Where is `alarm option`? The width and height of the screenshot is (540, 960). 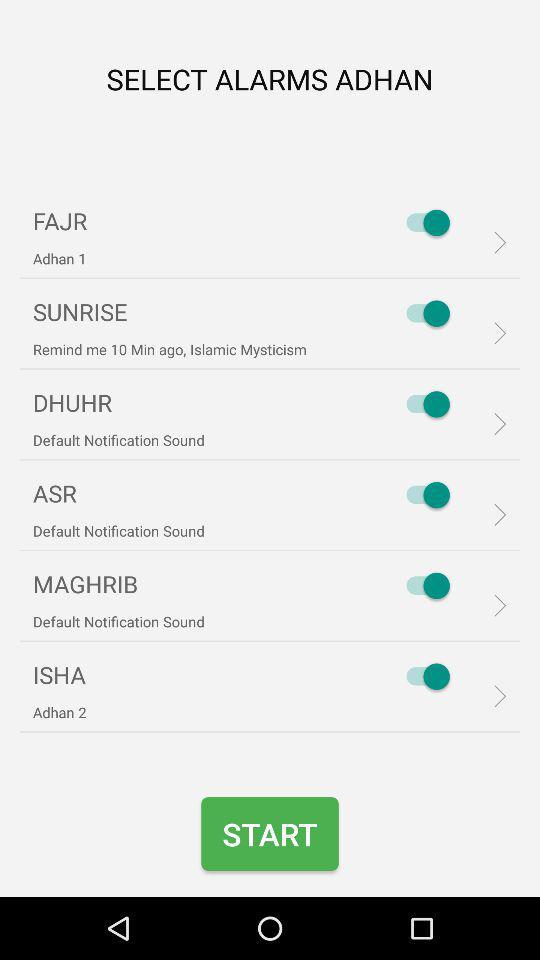
alarm option is located at coordinates (422, 222).